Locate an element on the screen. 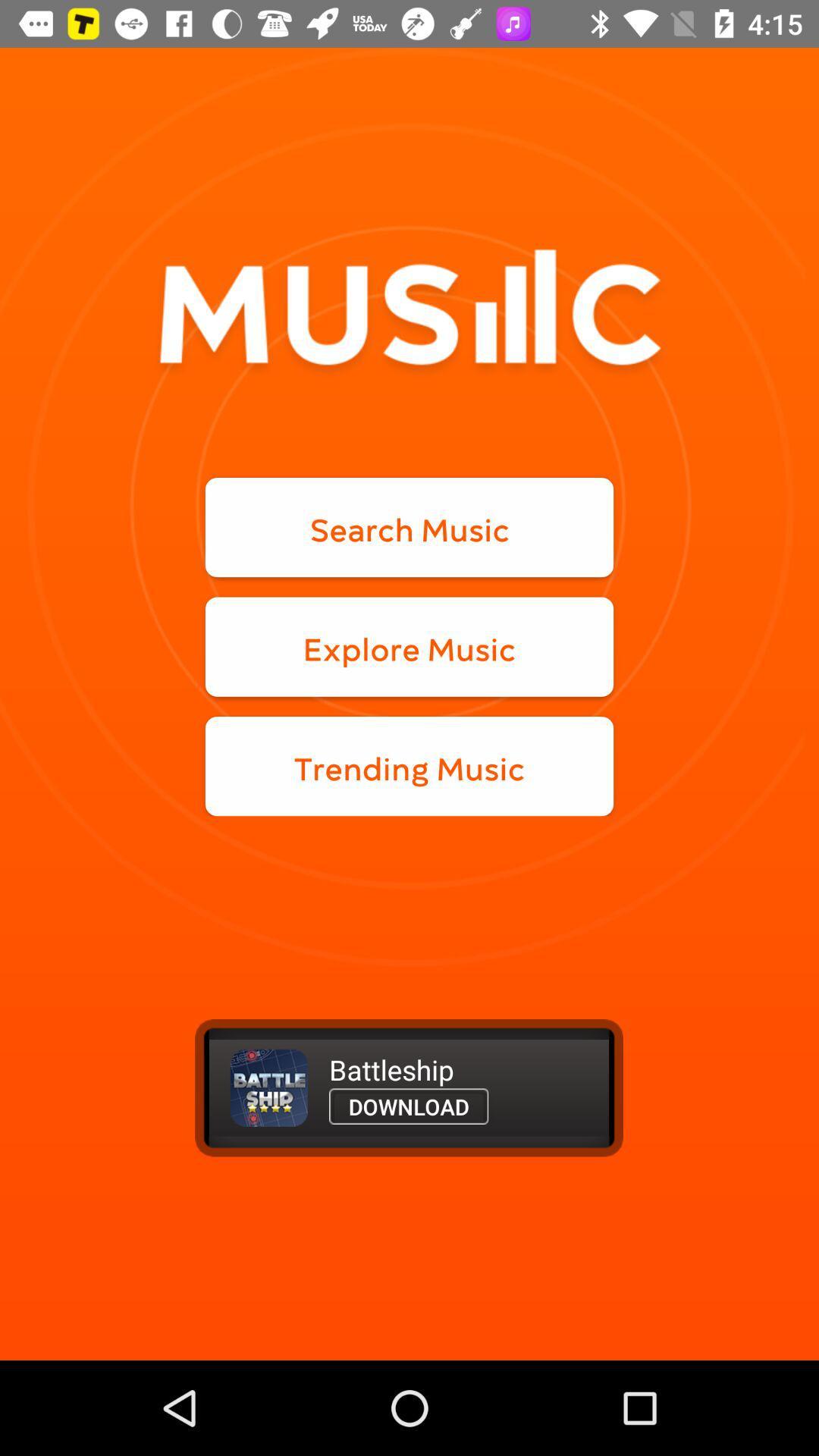  the item above trending music is located at coordinates (409, 647).